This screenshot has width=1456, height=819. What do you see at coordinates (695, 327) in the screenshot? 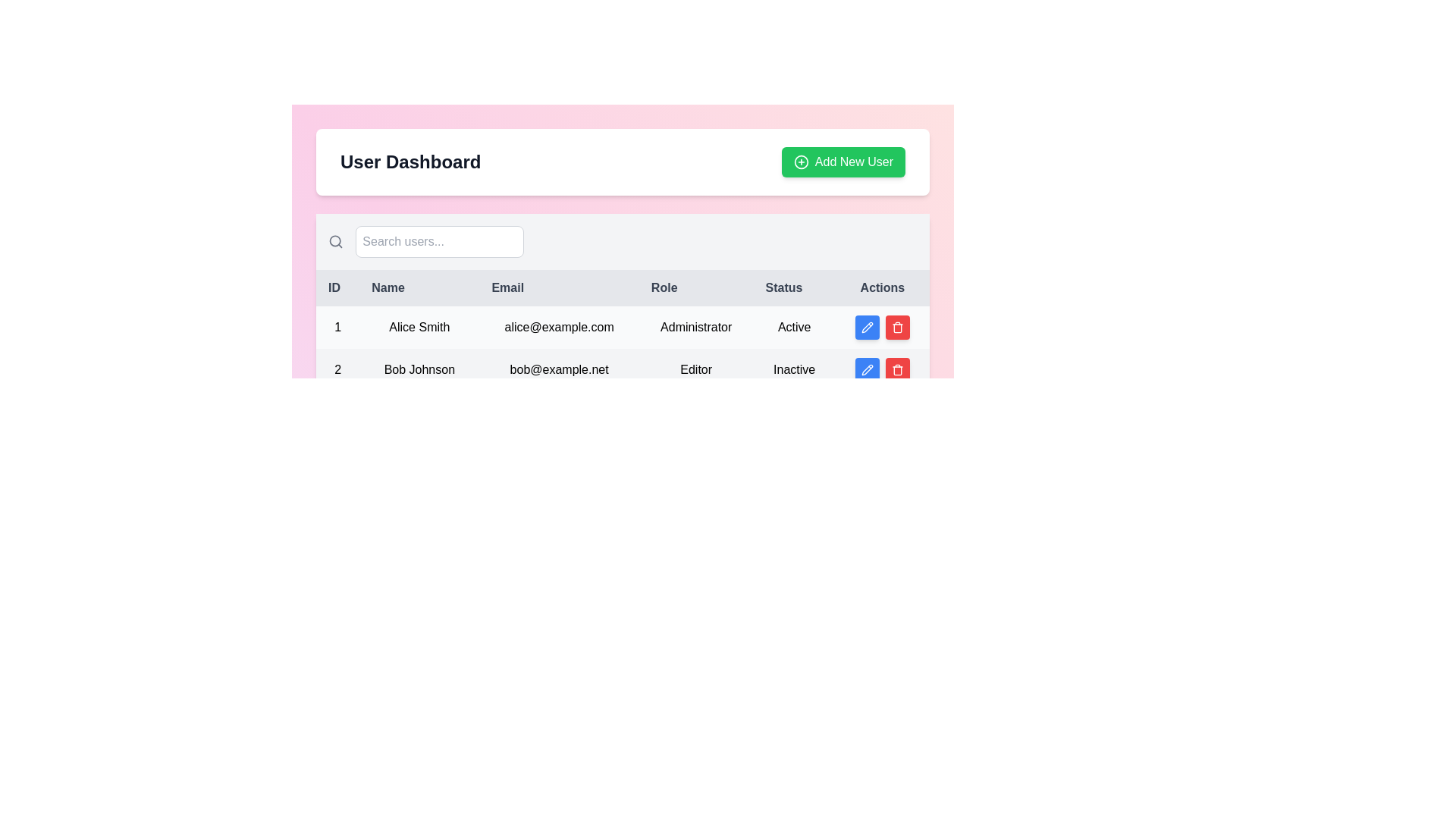
I see `the text label displaying 'Administrator' under the 'Role' column for user 'Alice Smith'` at bounding box center [695, 327].